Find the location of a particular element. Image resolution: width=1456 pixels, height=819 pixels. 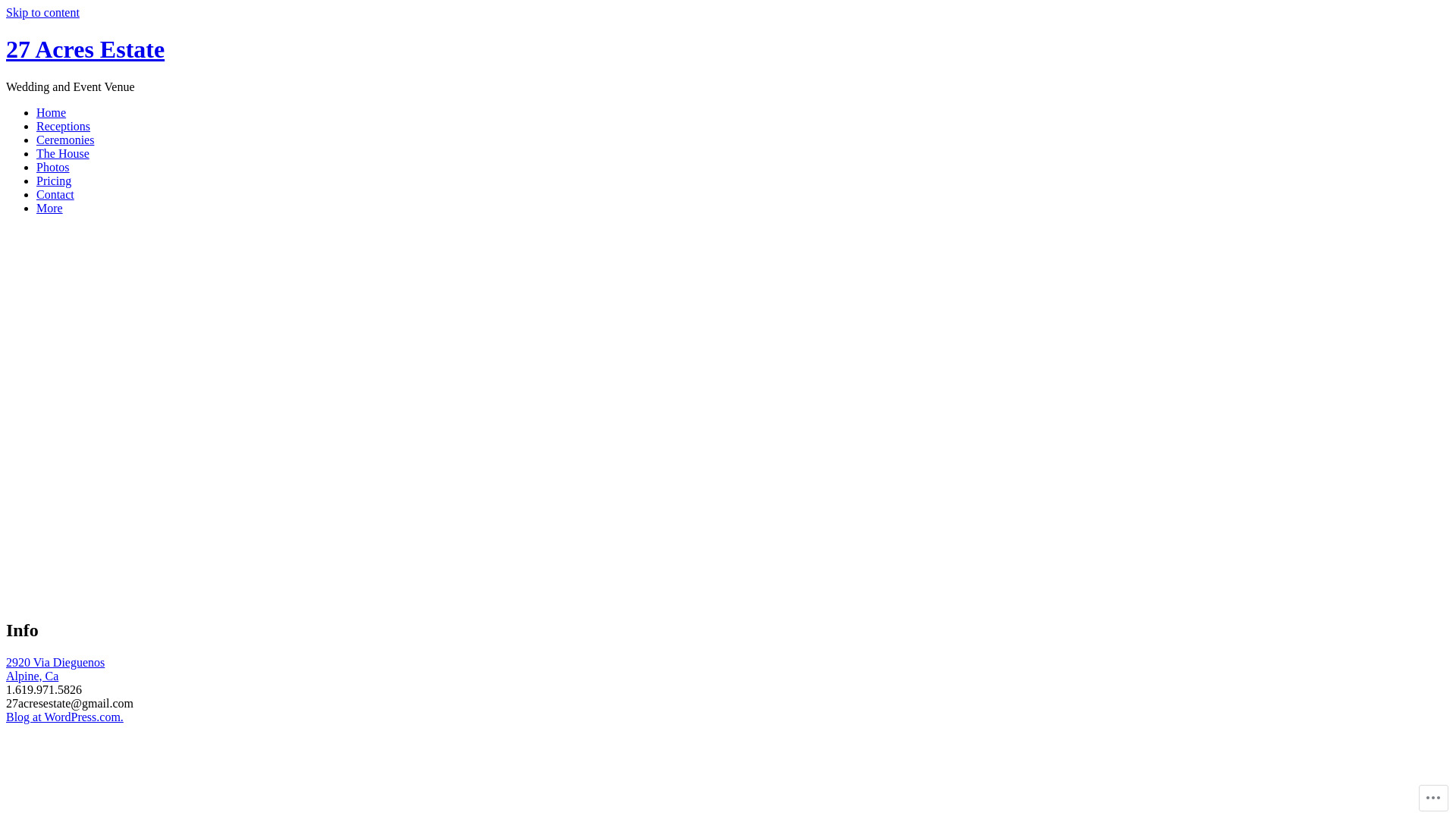

'More' is located at coordinates (49, 208).